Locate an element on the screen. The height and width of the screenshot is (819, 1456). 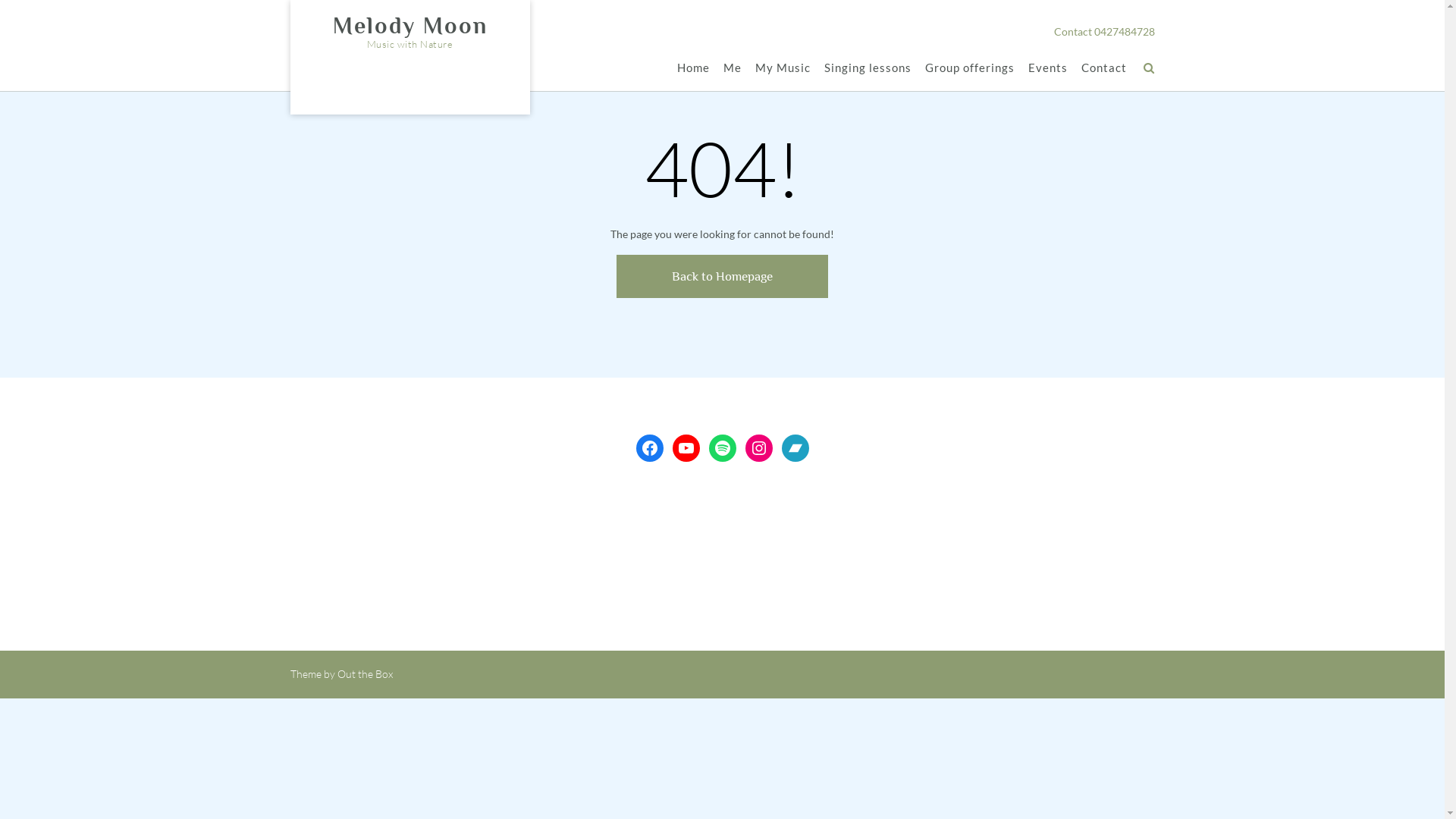
'Back to Homepage' is located at coordinates (616, 276).